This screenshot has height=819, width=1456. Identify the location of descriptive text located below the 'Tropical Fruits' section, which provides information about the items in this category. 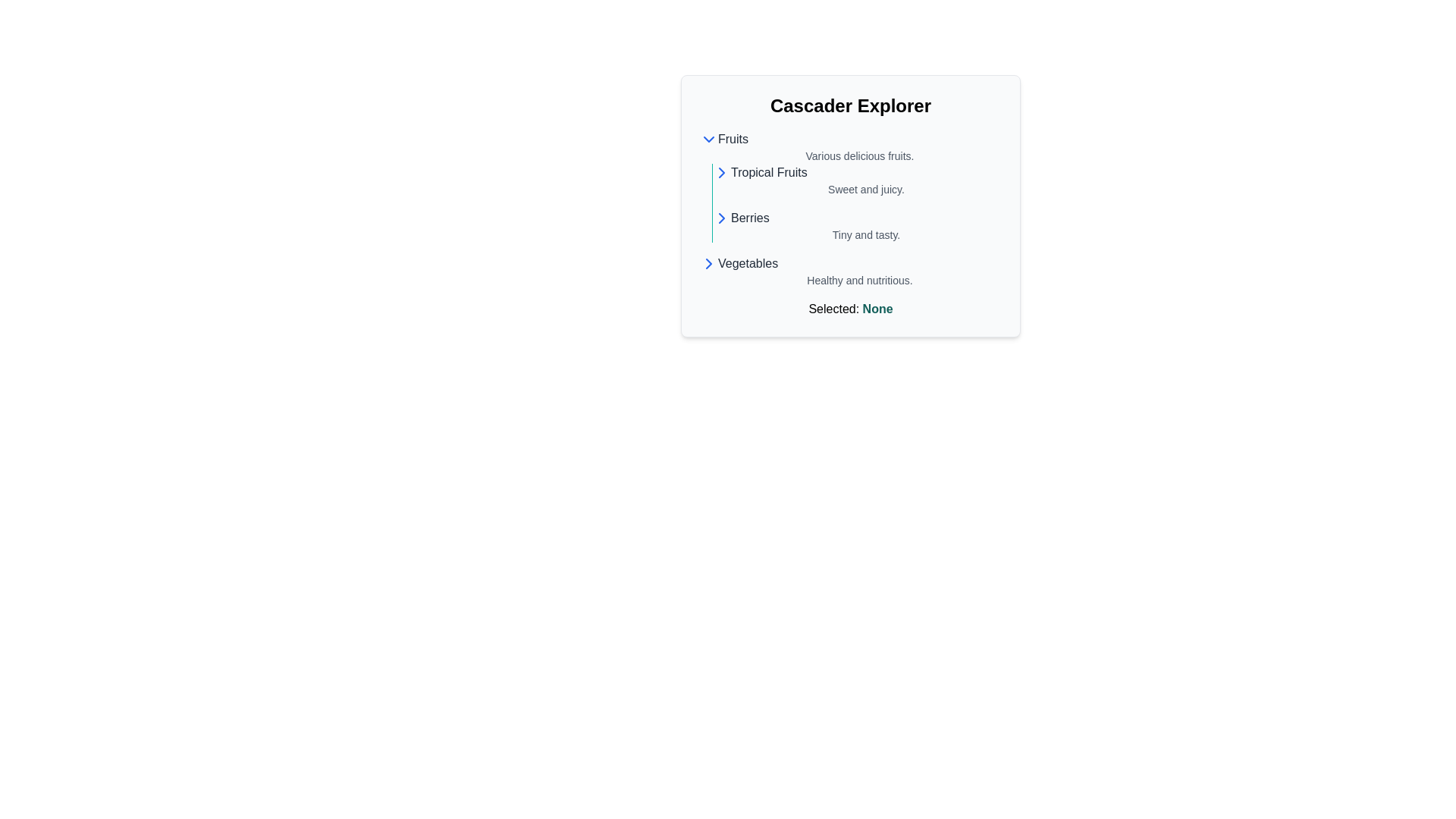
(866, 189).